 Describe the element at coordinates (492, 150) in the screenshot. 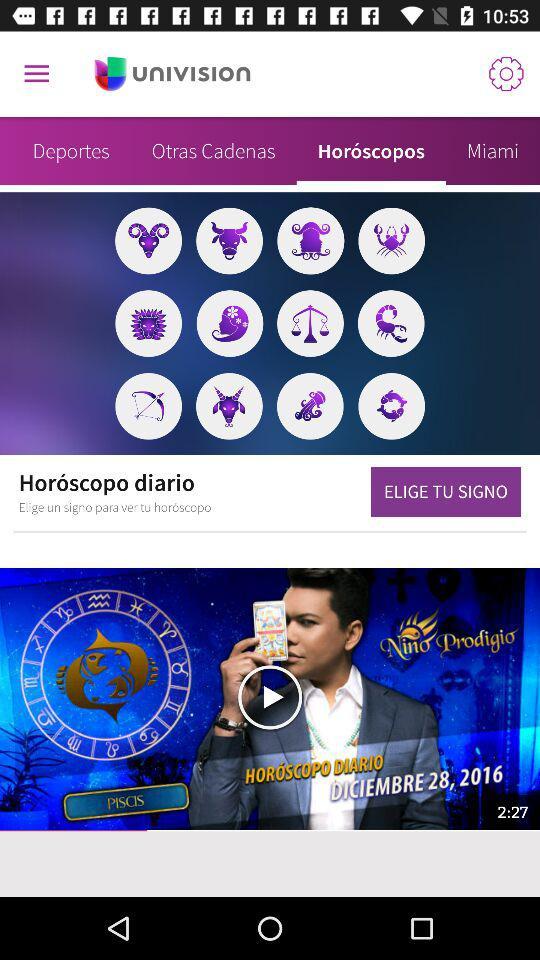

I see `the miami option which is below settings icon` at that location.